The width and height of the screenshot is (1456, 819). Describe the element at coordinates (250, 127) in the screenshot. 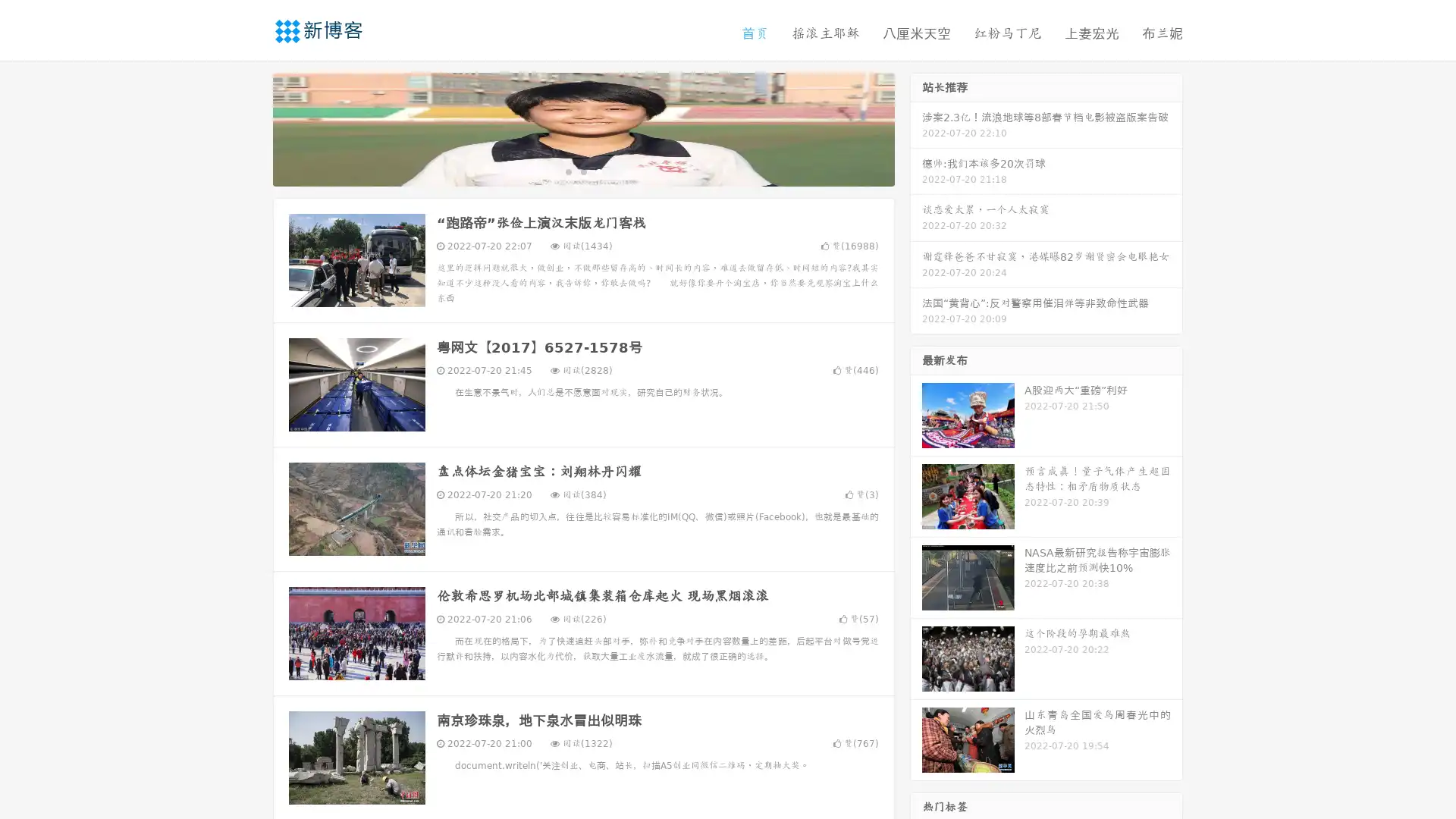

I see `Previous slide` at that location.